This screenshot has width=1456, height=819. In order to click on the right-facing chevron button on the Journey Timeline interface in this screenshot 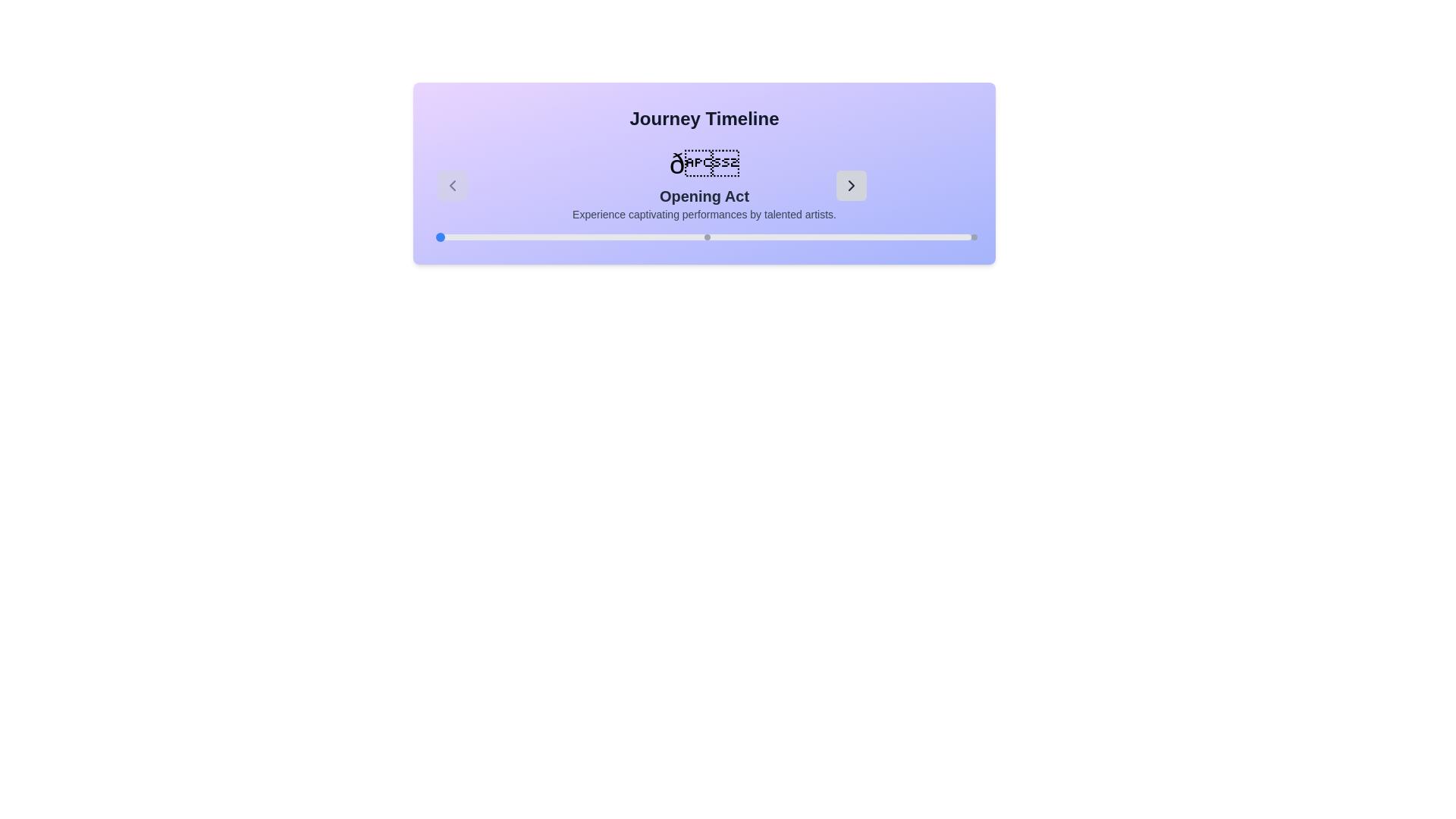, I will do `click(852, 185)`.